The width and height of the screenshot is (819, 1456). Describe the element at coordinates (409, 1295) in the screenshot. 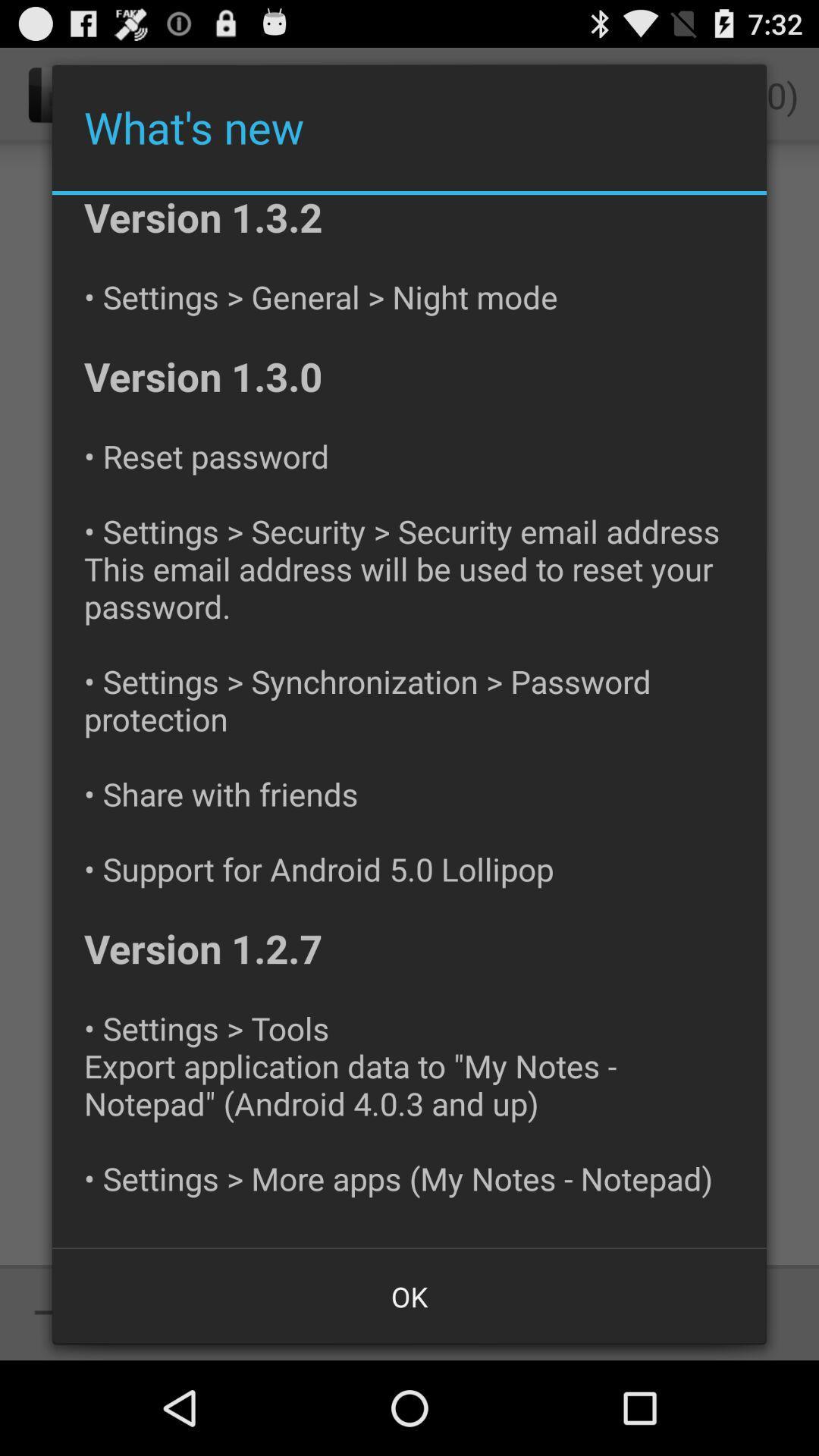

I see `the ok icon` at that location.